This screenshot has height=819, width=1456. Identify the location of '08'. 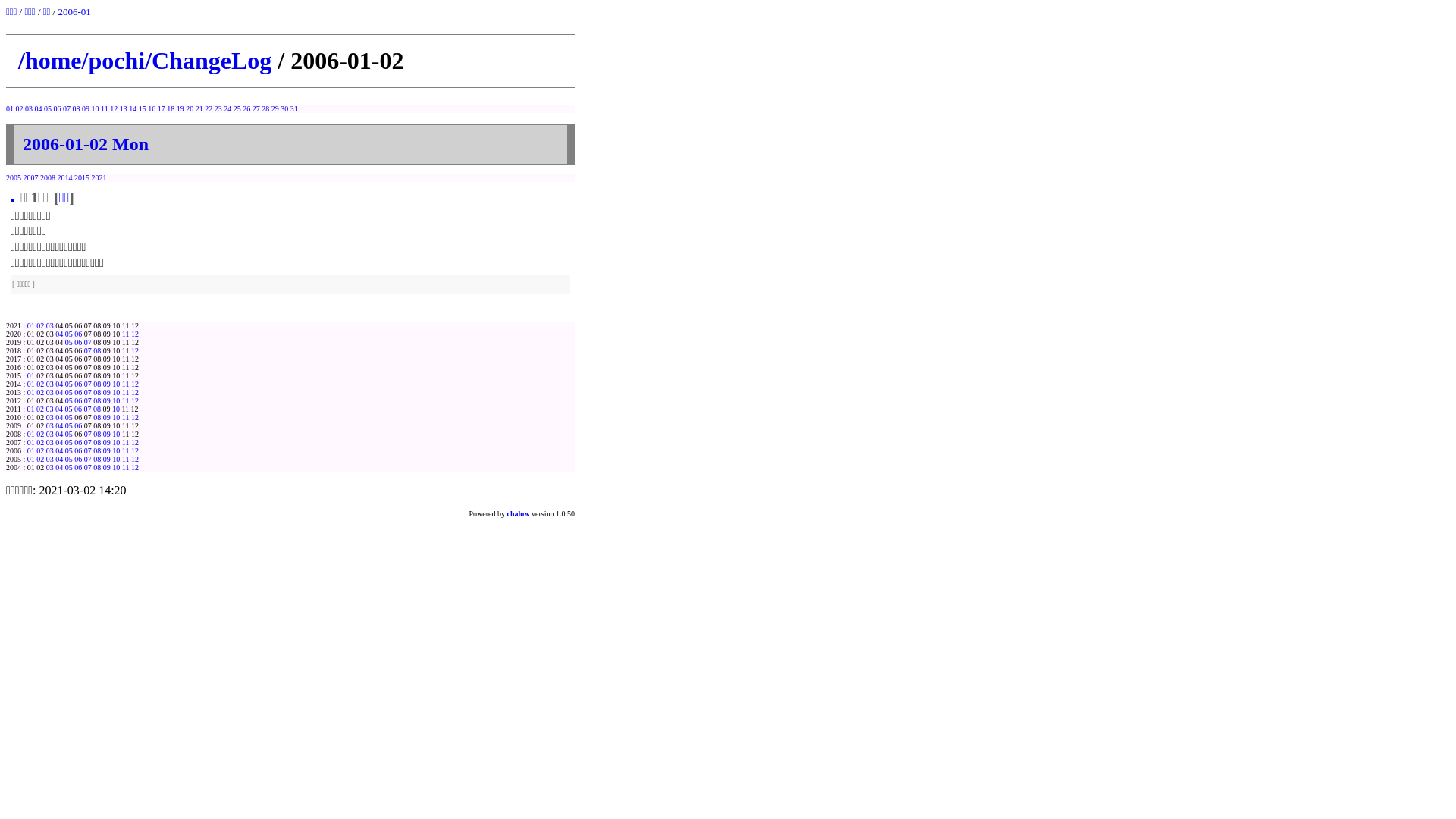
(96, 434).